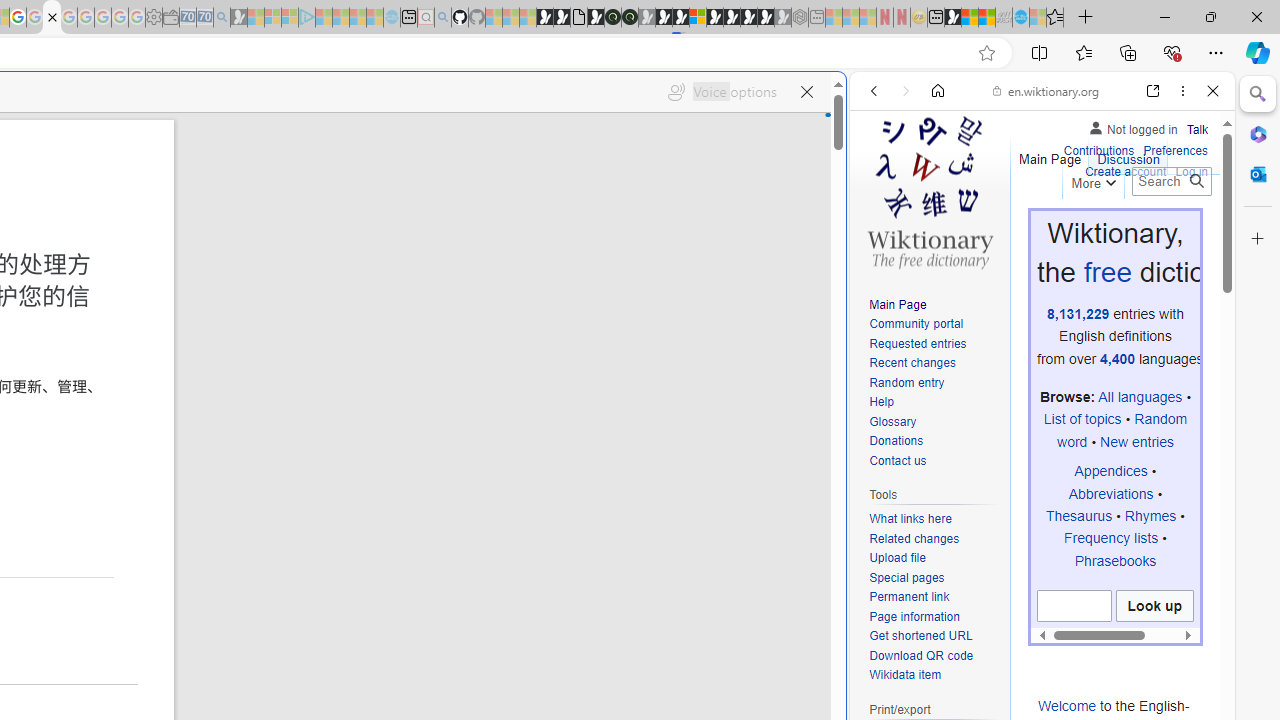  What do you see at coordinates (560, 17) in the screenshot?
I see `'Play Zoo Boom in your browser | Games from Microsoft Start'` at bounding box center [560, 17].